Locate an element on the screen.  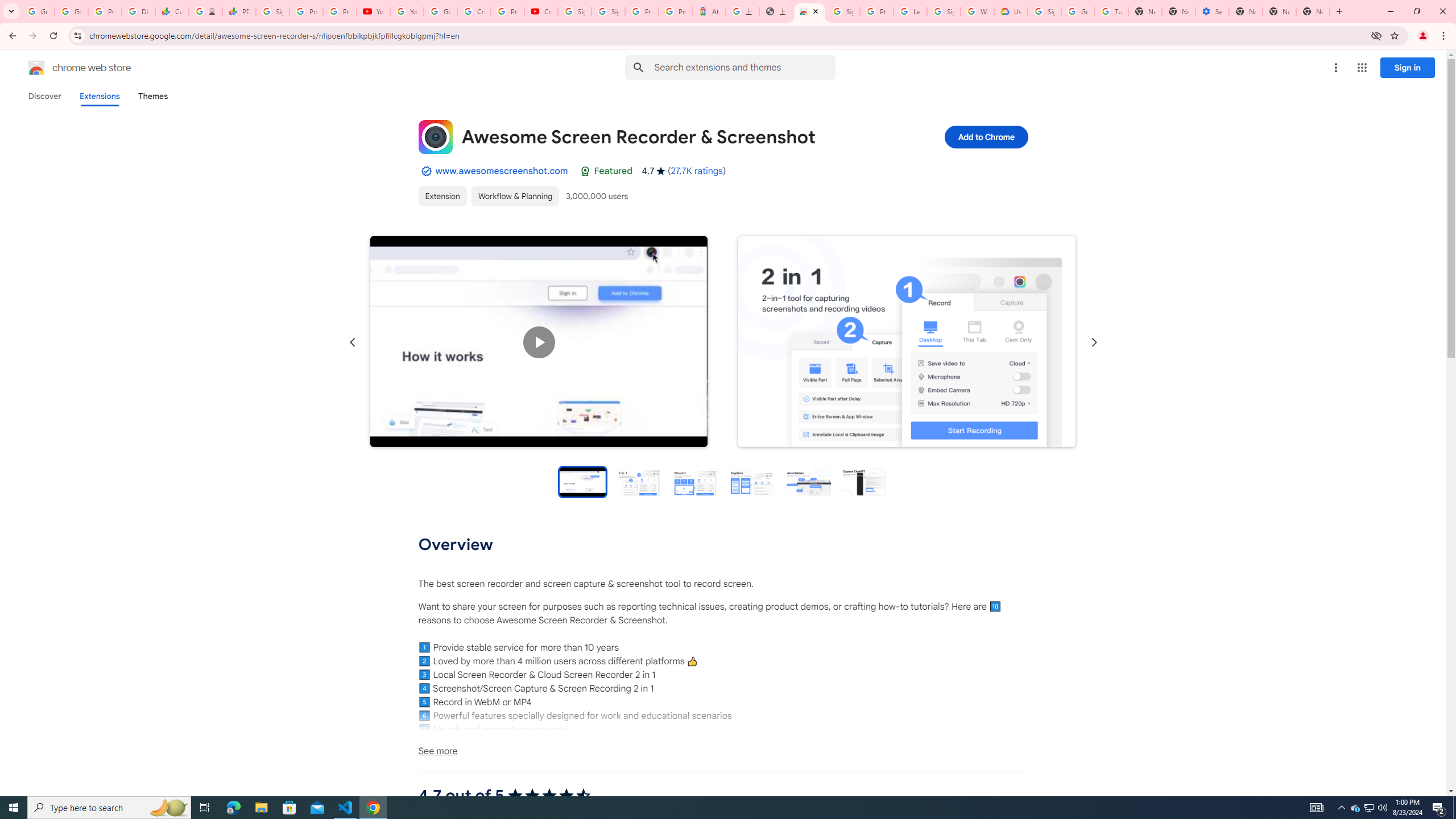
'Discover' is located at coordinates (44, 96).